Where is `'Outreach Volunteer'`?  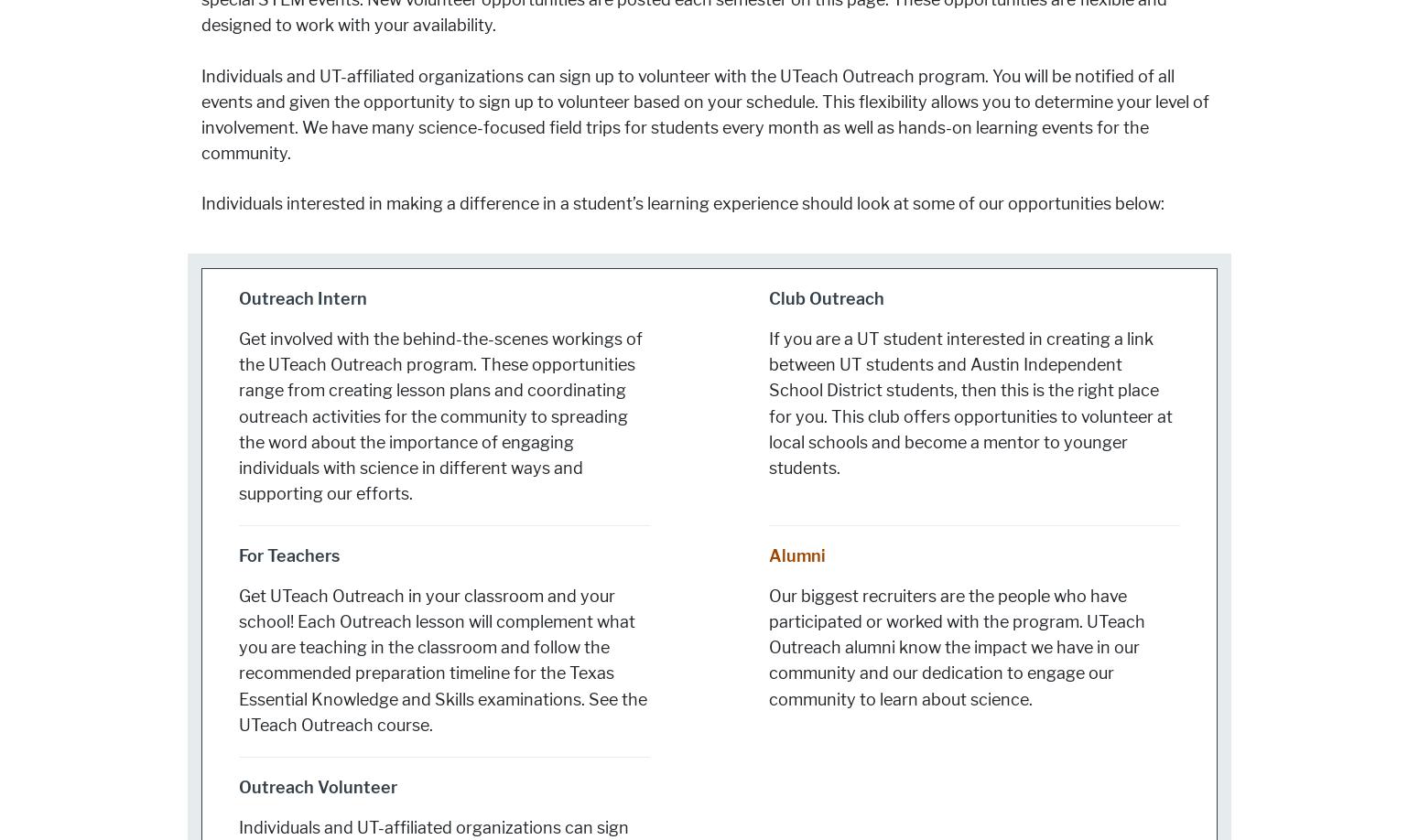 'Outreach Volunteer' is located at coordinates (239, 785).